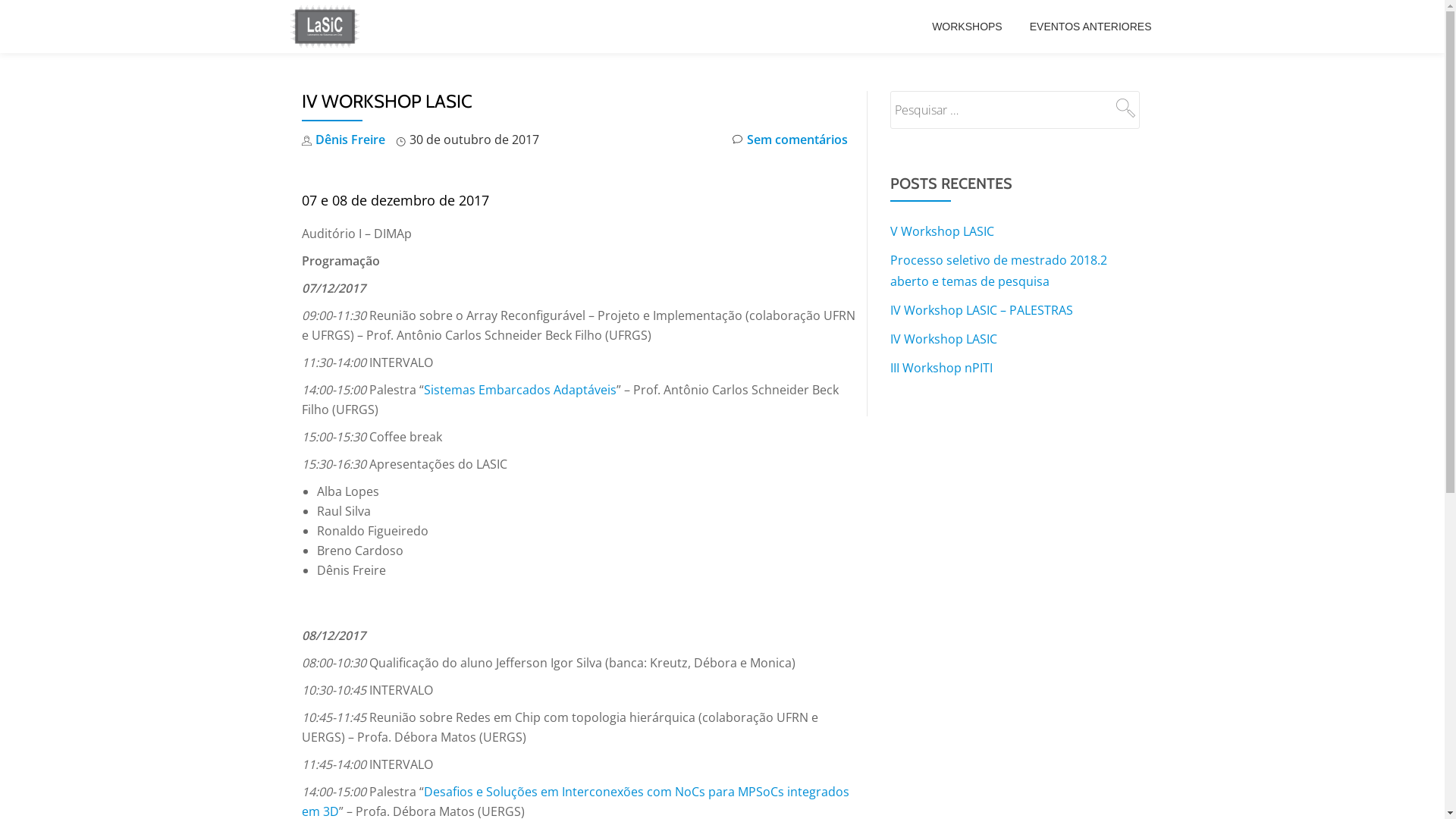 The width and height of the screenshot is (1456, 819). I want to click on 'Pesquisar', so click(1123, 107).